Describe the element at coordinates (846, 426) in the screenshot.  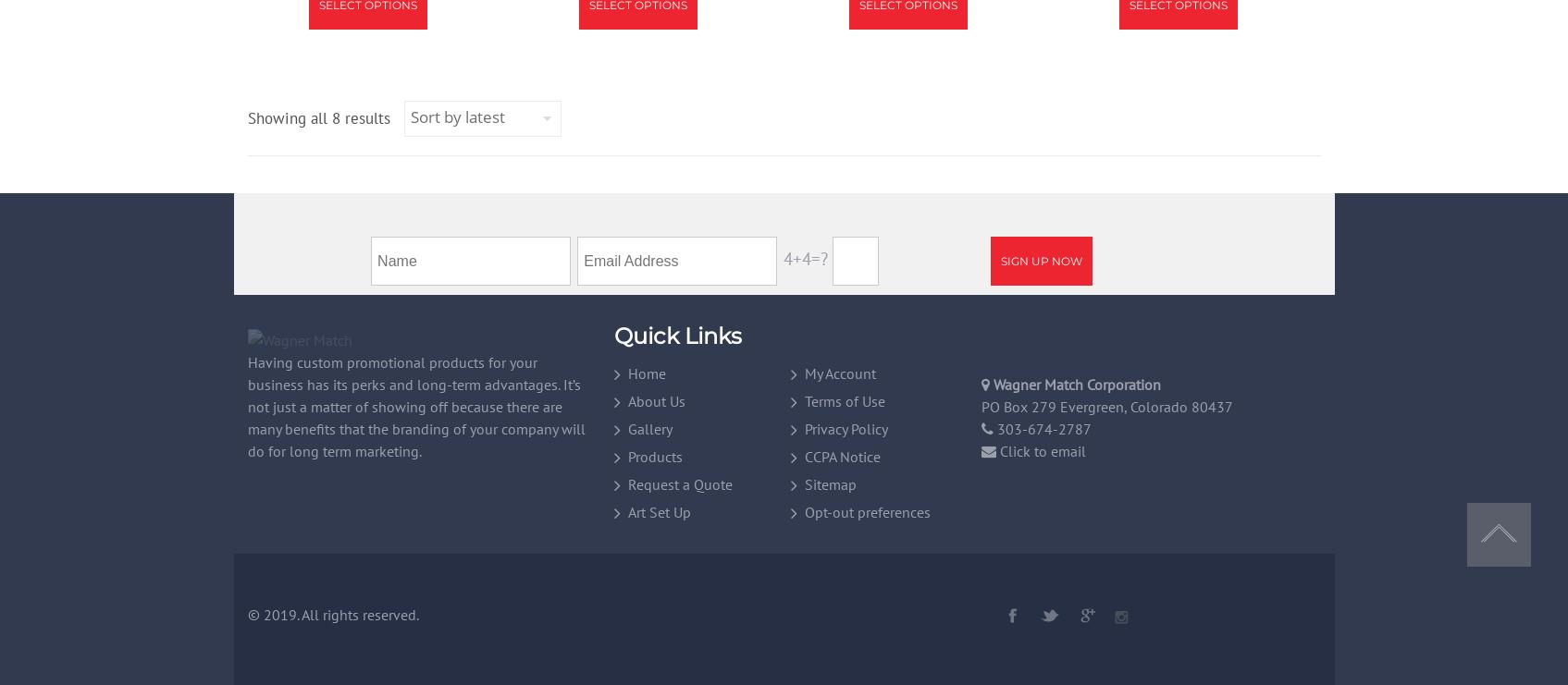
I see `'Privacy Policy'` at that location.